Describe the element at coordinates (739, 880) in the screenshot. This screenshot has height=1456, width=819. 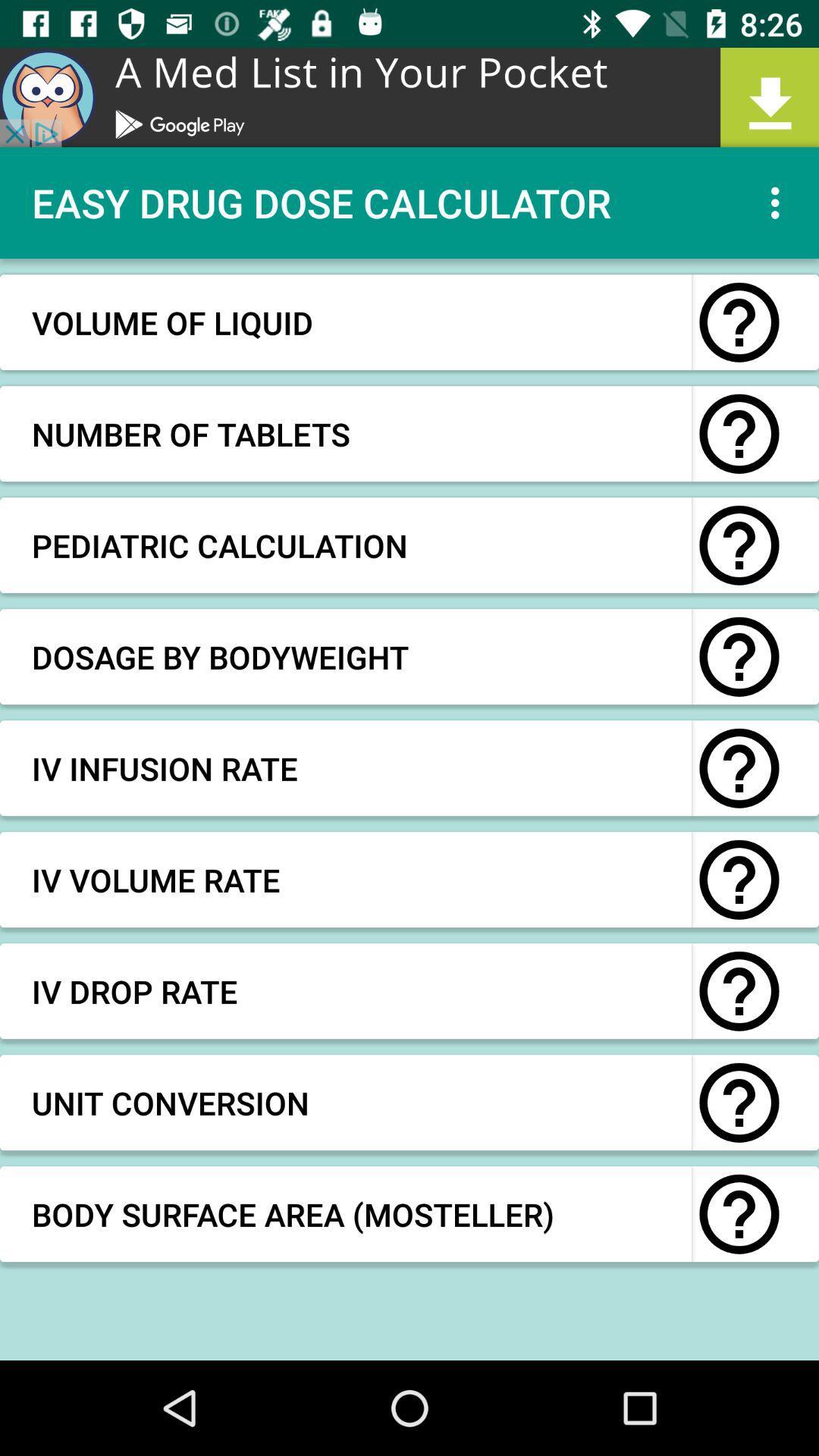
I see `more information` at that location.